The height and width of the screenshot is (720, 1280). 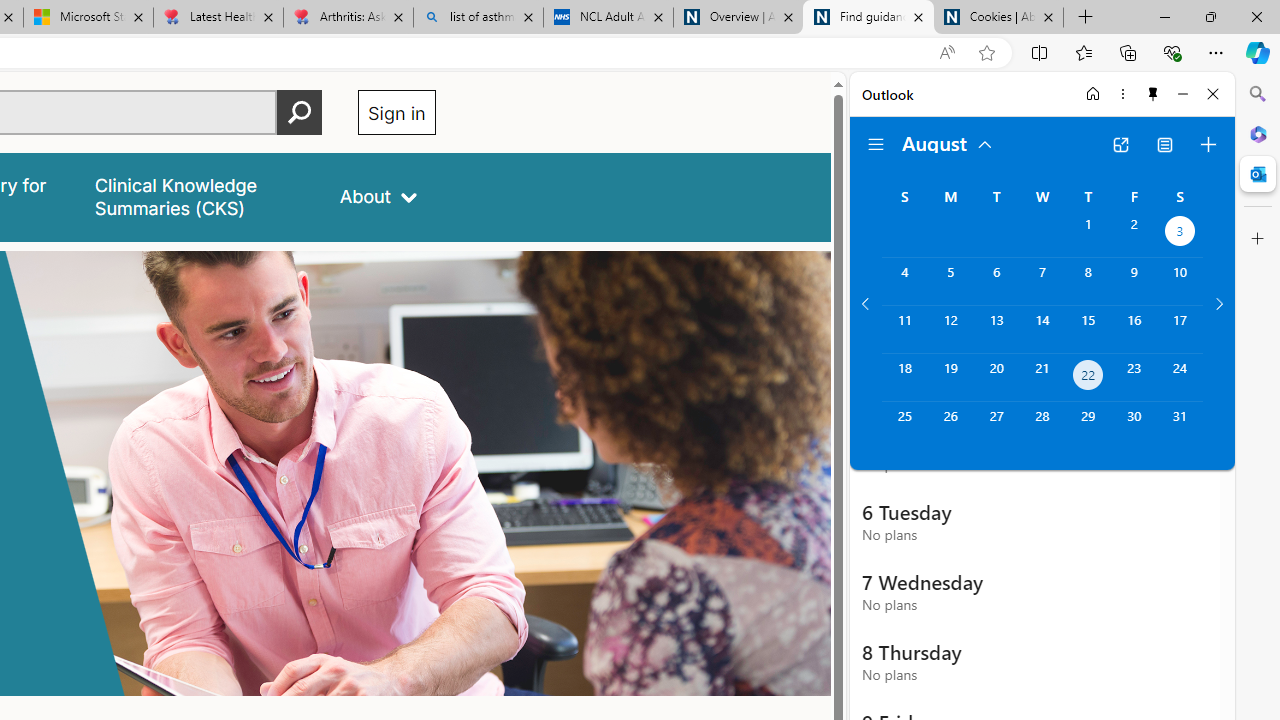 I want to click on 'Friday, August 9, 2024. ', so click(x=1134, y=281).